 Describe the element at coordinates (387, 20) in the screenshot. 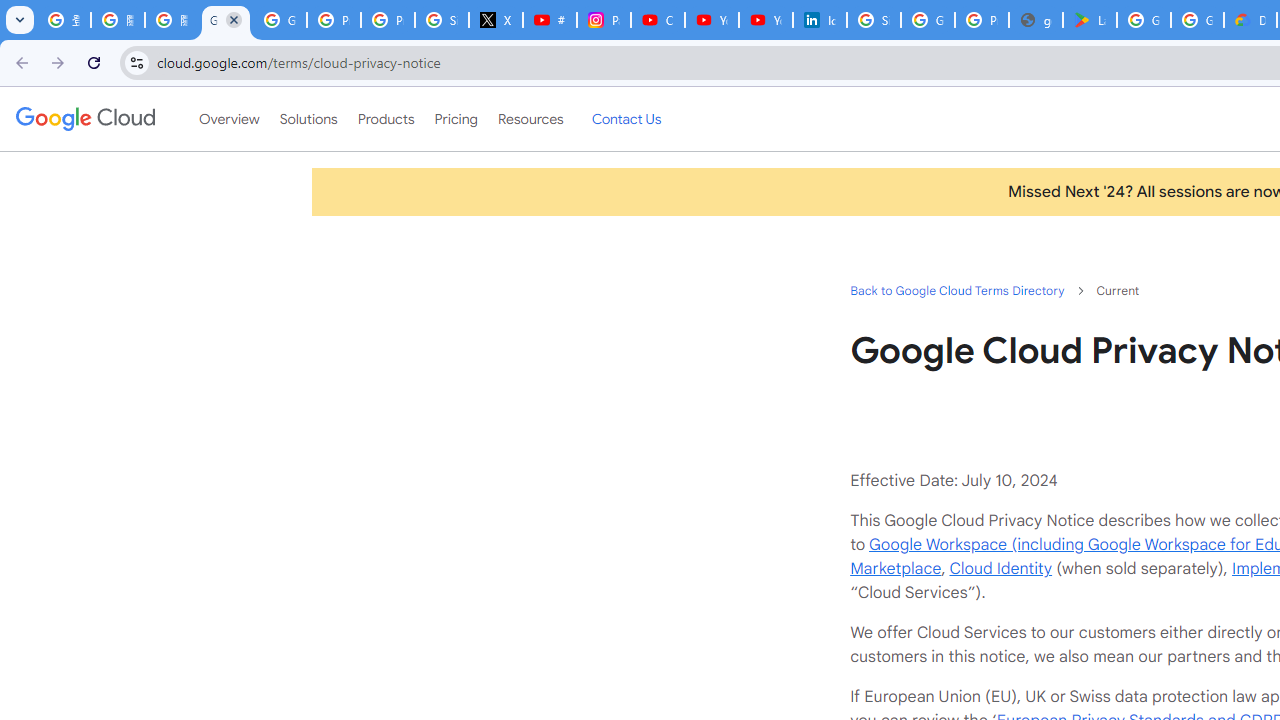

I see `'Privacy Help Center - Policies Help'` at that location.